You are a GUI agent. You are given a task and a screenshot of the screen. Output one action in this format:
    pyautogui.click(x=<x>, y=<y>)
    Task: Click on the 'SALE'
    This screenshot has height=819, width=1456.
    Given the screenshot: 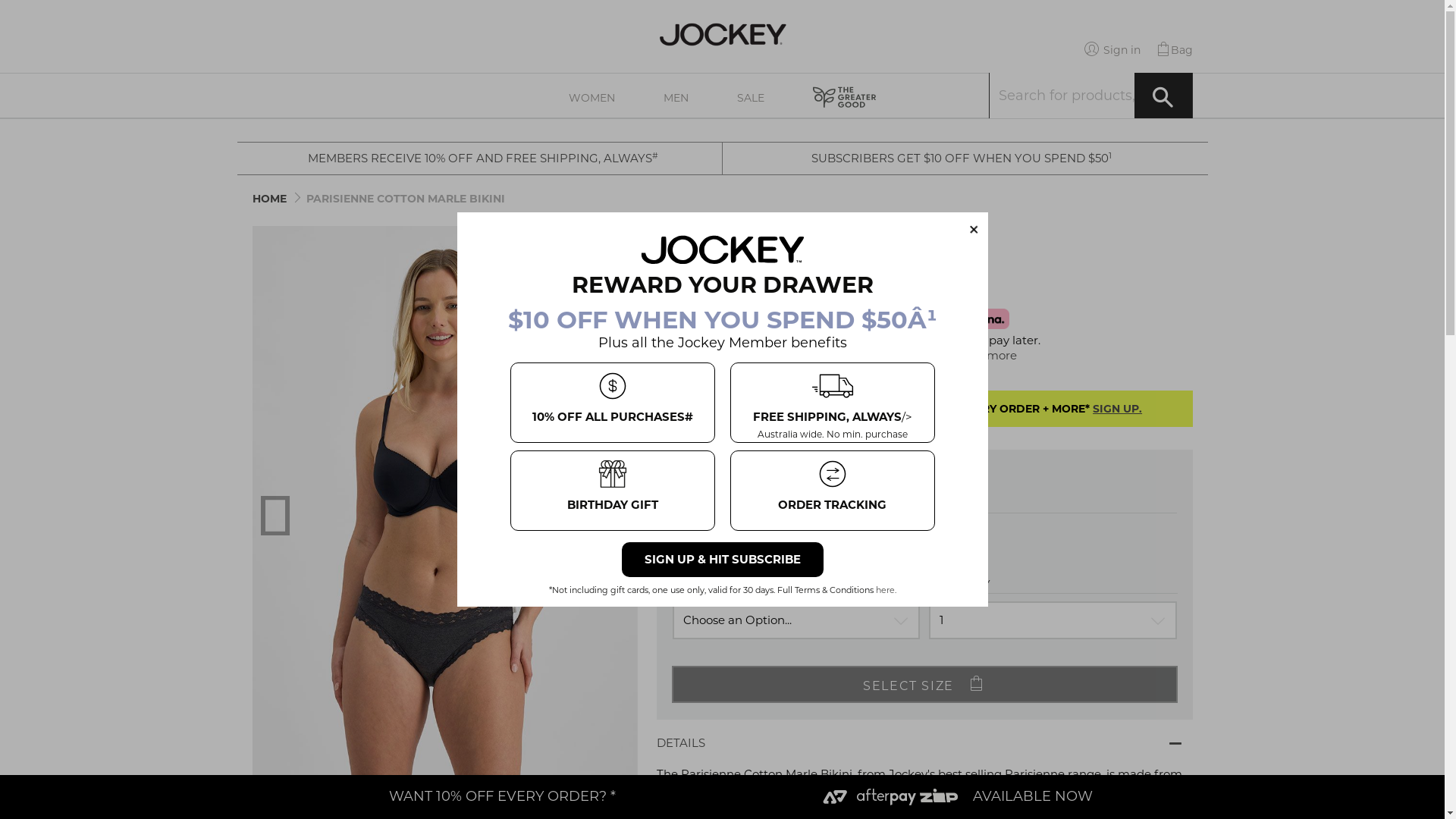 What is the action you would take?
    pyautogui.click(x=750, y=96)
    